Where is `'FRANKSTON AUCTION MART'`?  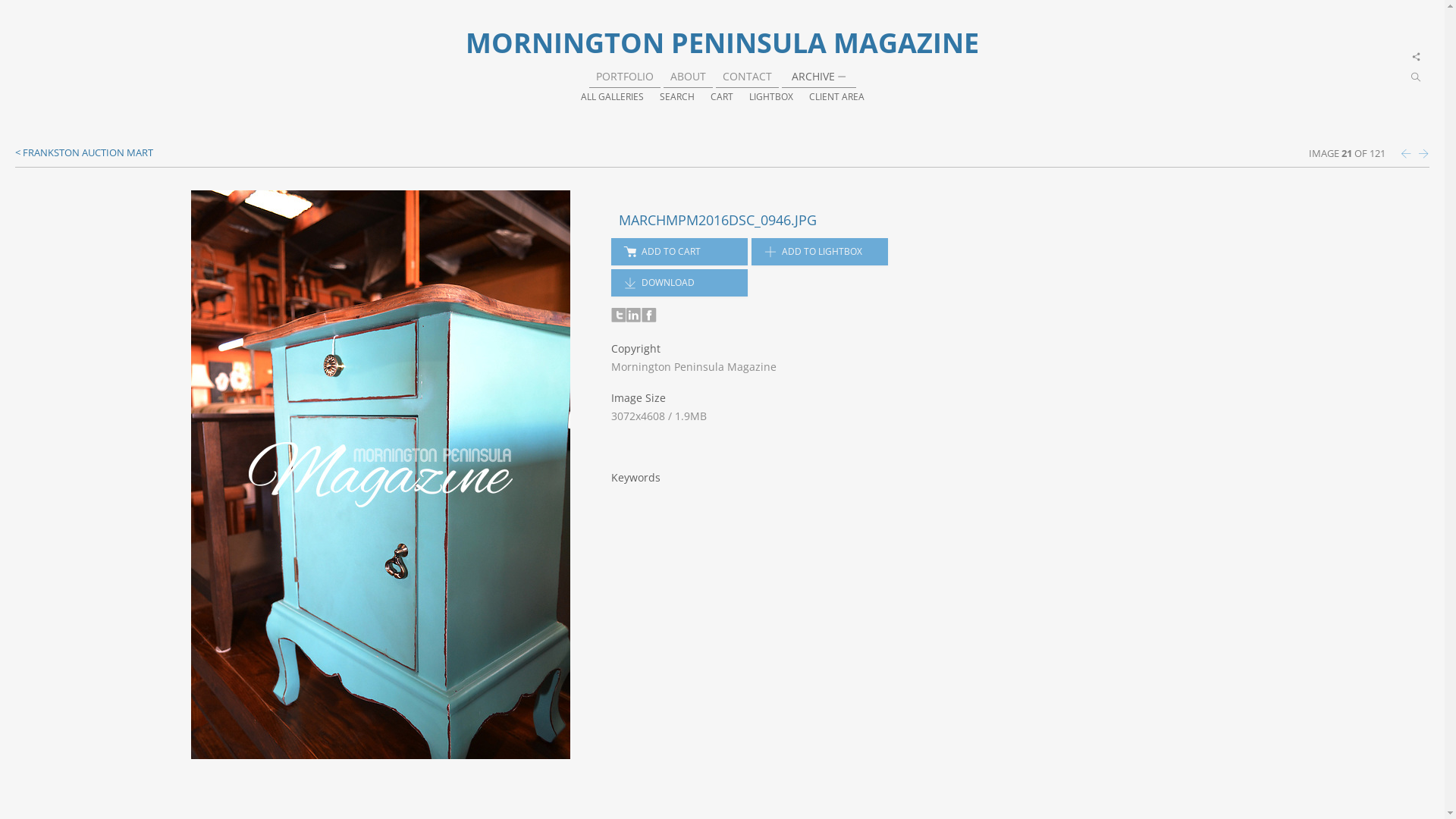
'FRANKSTON AUCTION MART' is located at coordinates (83, 152).